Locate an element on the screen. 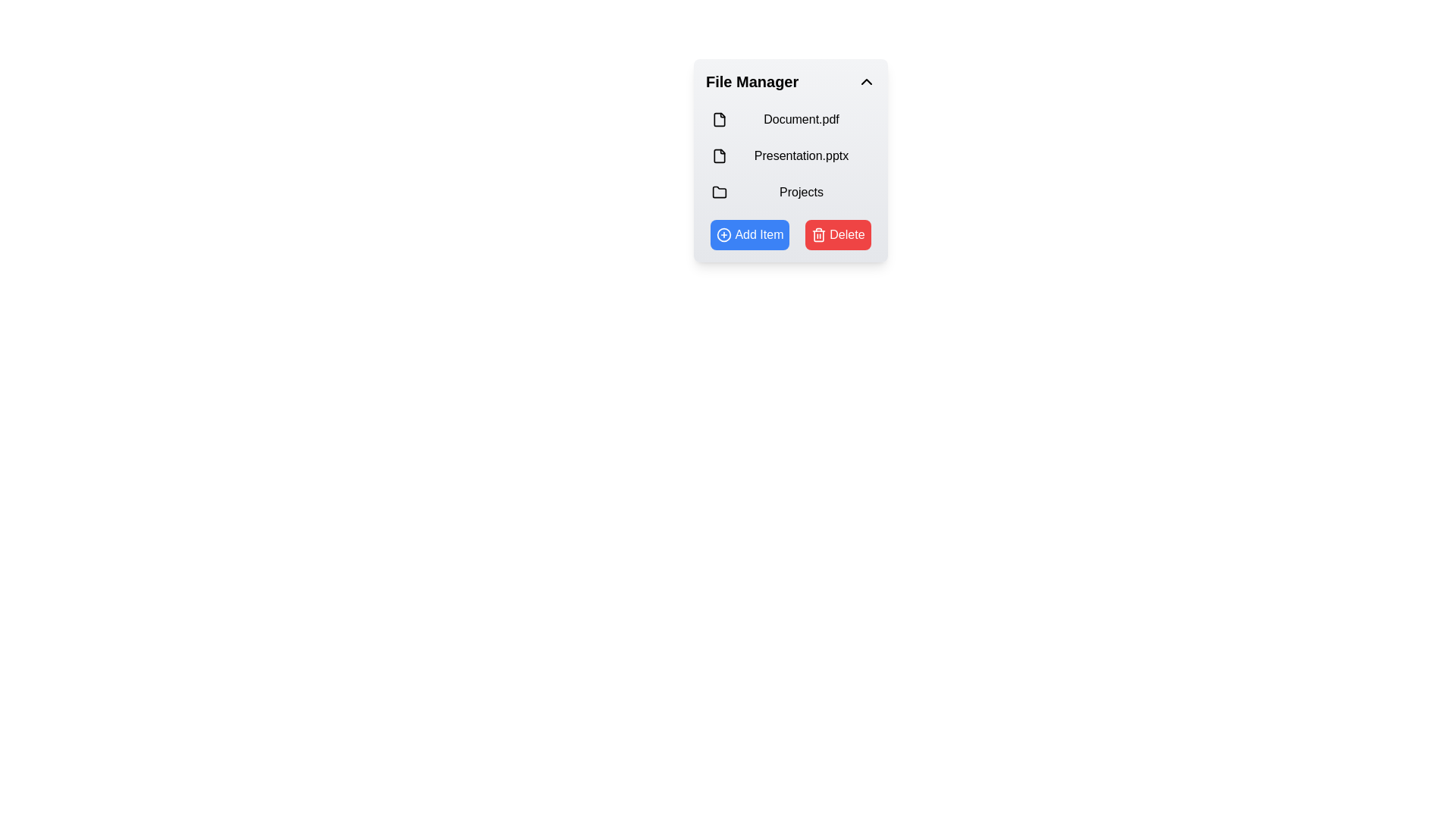  the Icon button or toggle located on the upper-right side of the 'File Manager' section is located at coordinates (866, 82).